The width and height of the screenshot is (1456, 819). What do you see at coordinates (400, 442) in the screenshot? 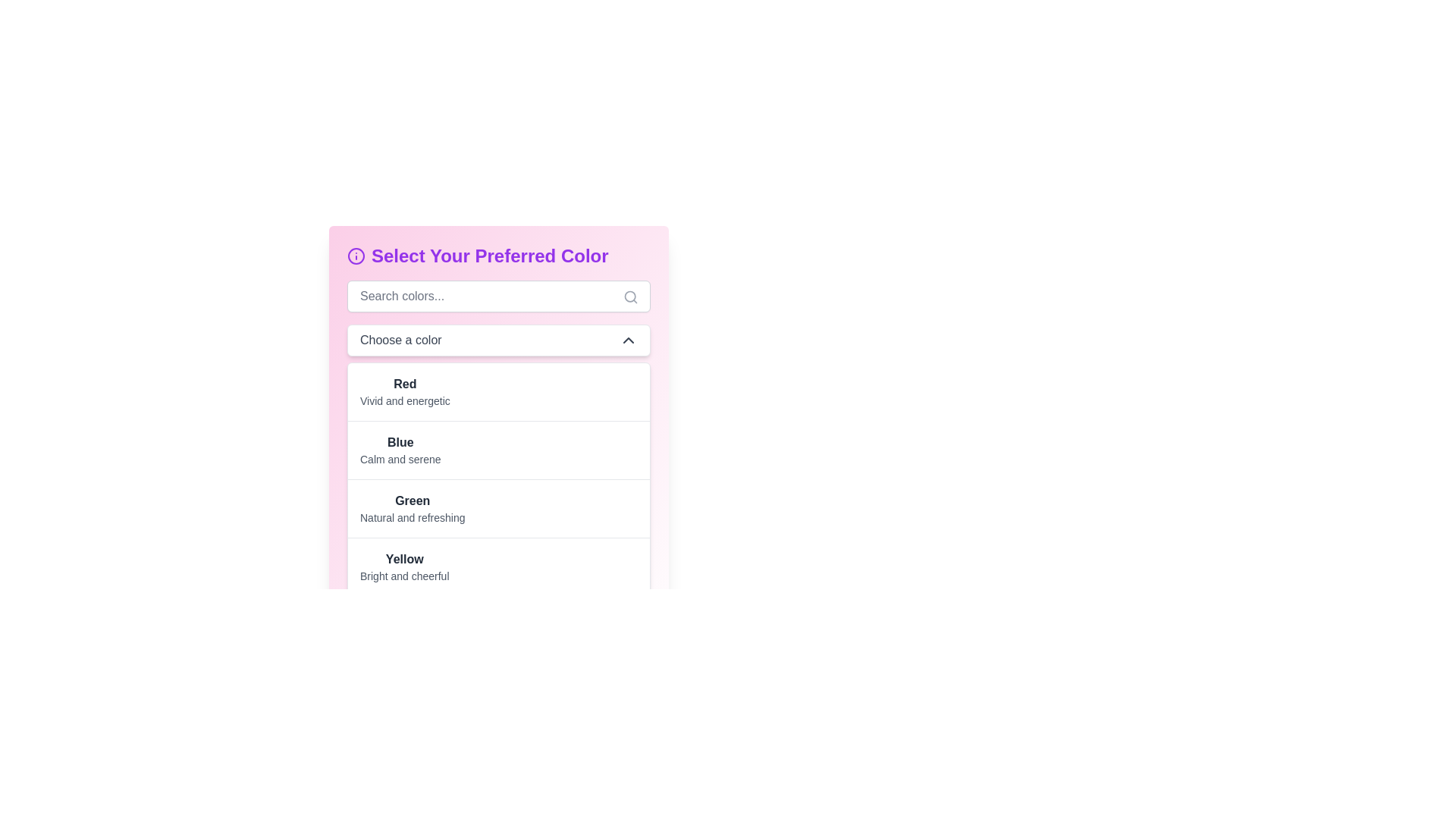
I see `the bolded text element displaying the word 'Blue', which is part of a vertical list of color options below the 'Choose a color' dropdown menu` at bounding box center [400, 442].